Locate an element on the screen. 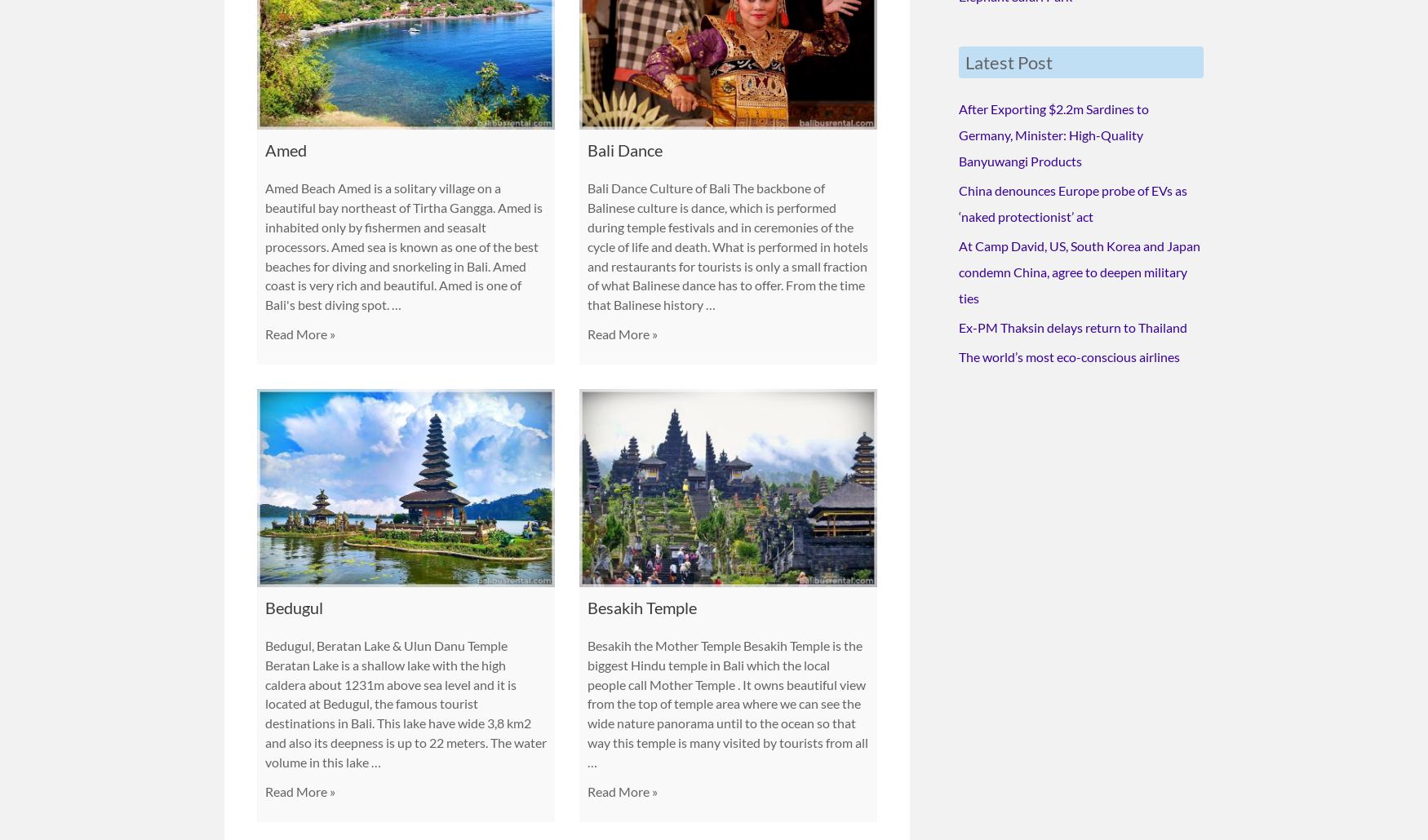  'Ex-PM Thaksin delays return to Thailand' is located at coordinates (1072, 323).